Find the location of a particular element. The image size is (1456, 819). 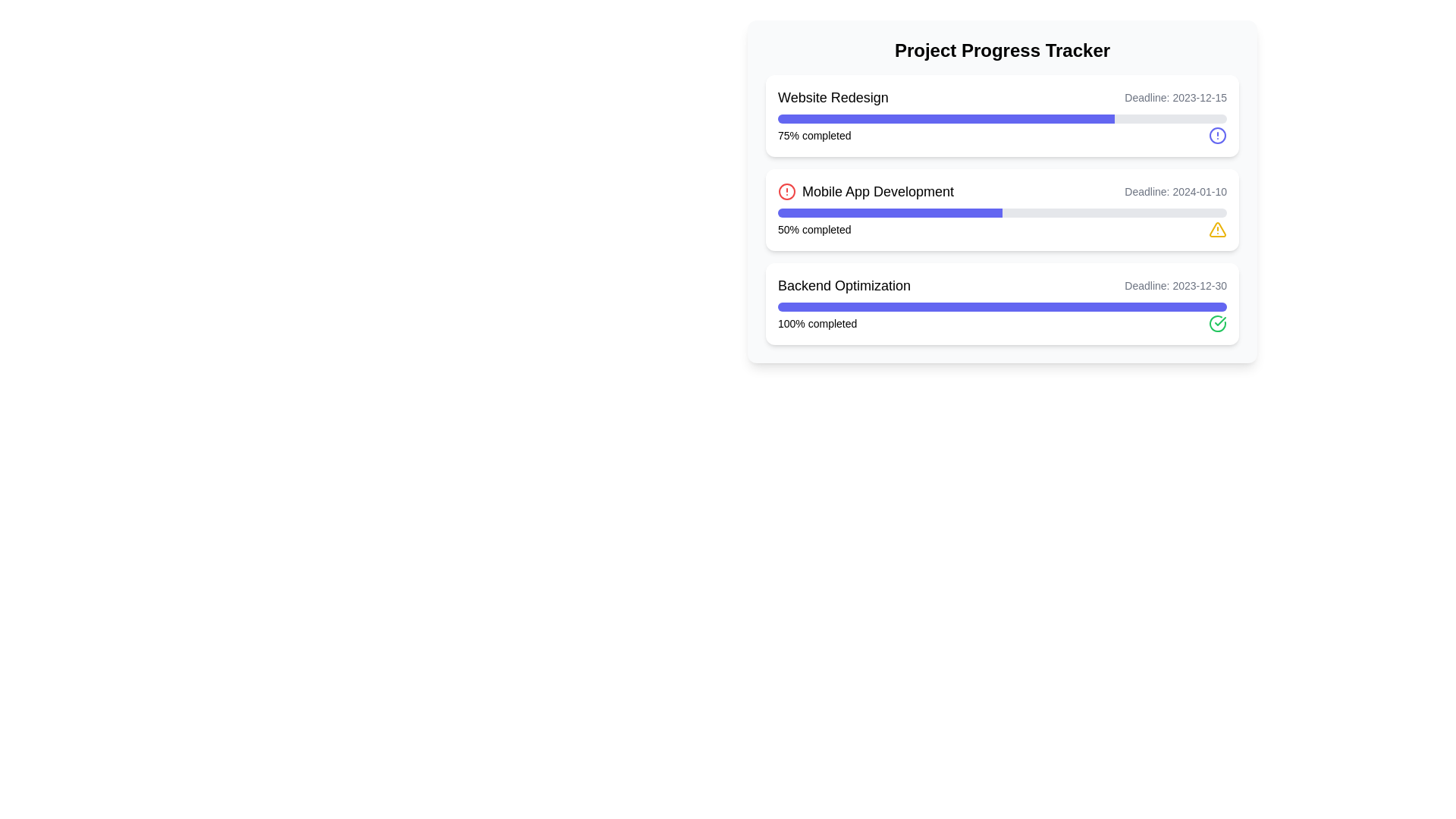

the filled portion of the progress bar representing 50% completion of the 'Mobile App Development' task in the 'Project Progress Tracker' interface is located at coordinates (890, 213).